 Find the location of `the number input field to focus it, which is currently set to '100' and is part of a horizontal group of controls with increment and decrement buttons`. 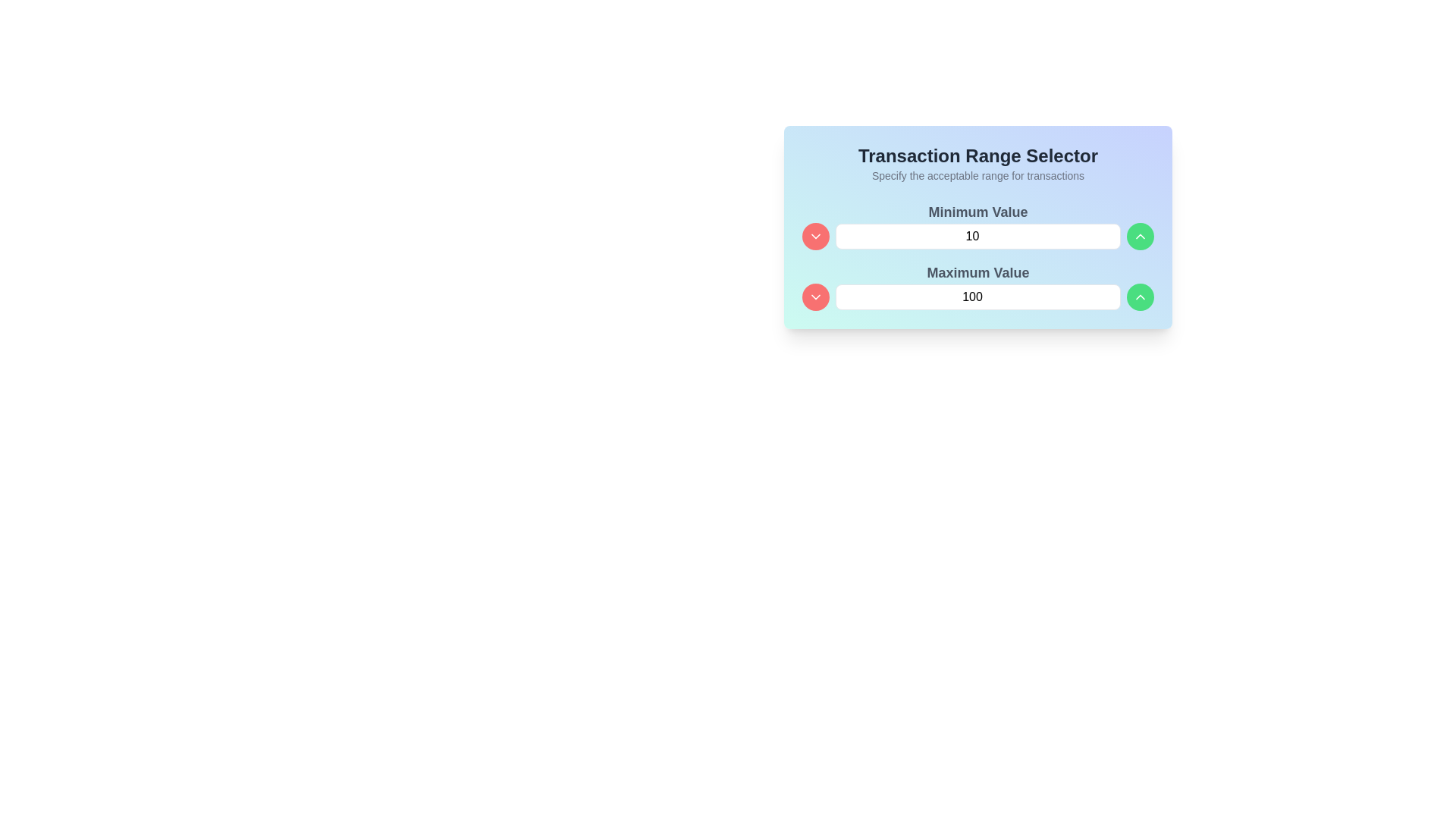

the number input field to focus it, which is currently set to '100' and is part of a horizontal group of controls with increment and decrement buttons is located at coordinates (978, 297).